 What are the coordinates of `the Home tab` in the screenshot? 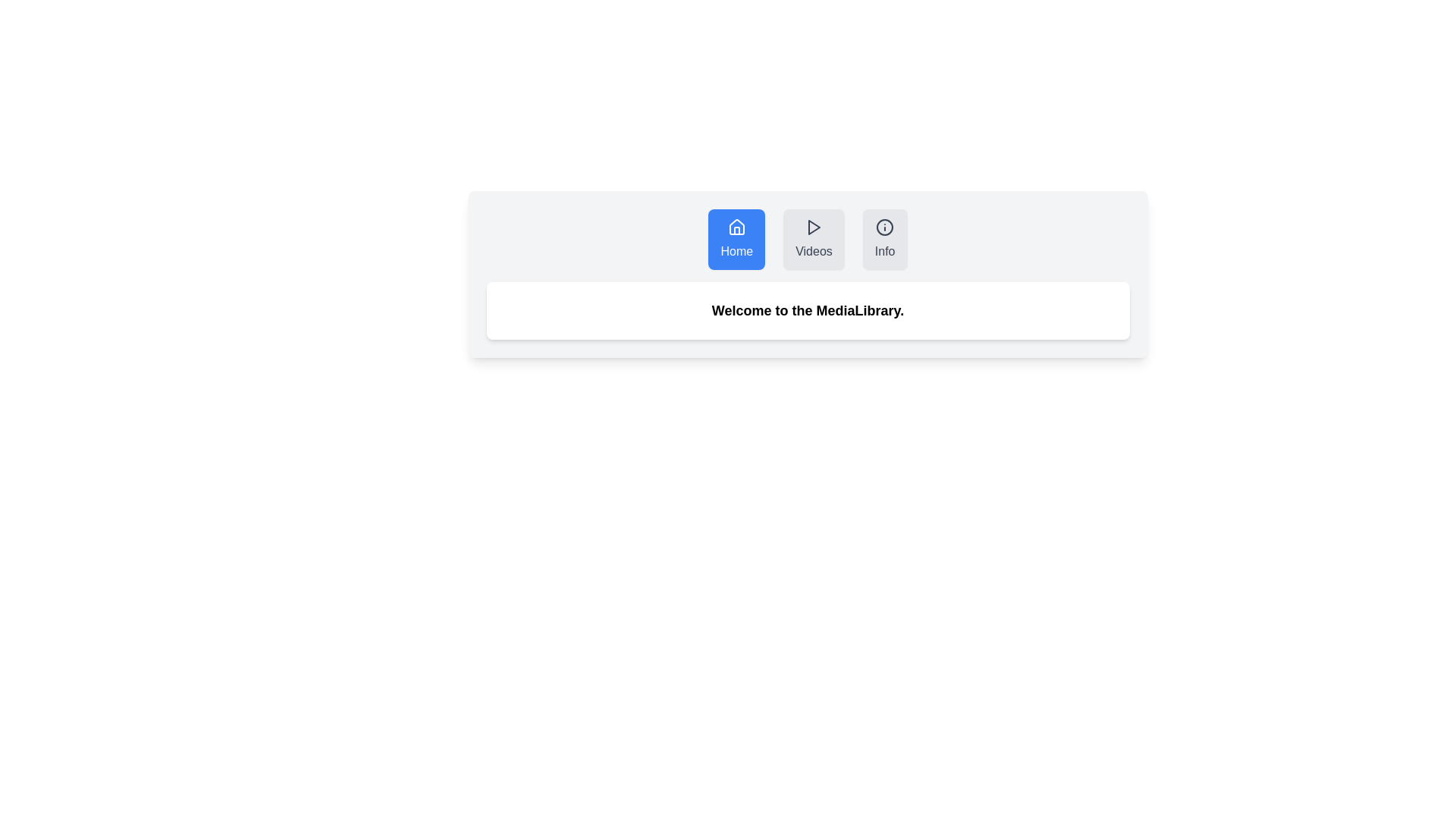 It's located at (736, 239).